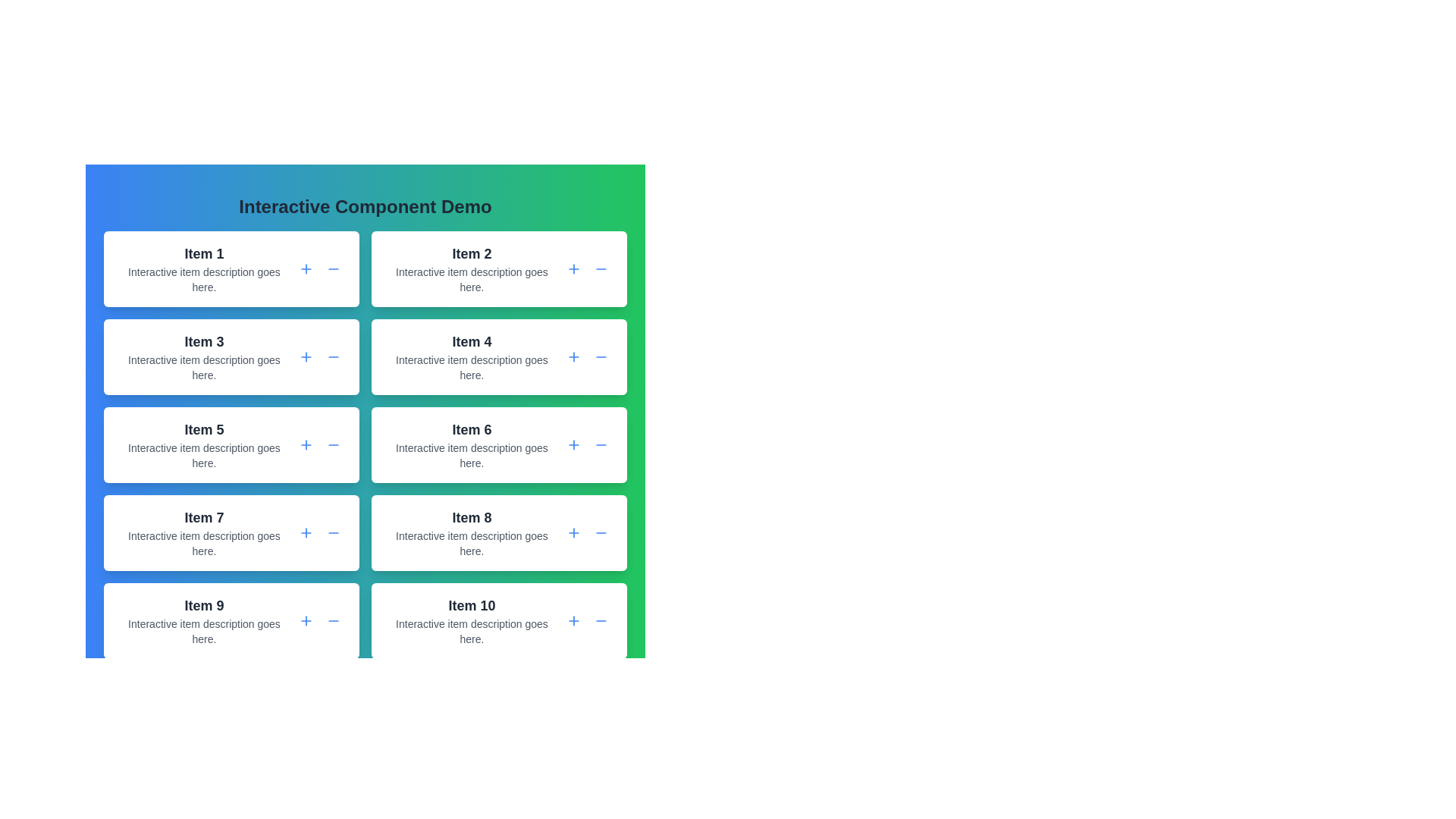 The height and width of the screenshot is (819, 1456). What do you see at coordinates (600, 532) in the screenshot?
I see `the blue minus button located at the far right of the 'Item 8' entry` at bounding box center [600, 532].